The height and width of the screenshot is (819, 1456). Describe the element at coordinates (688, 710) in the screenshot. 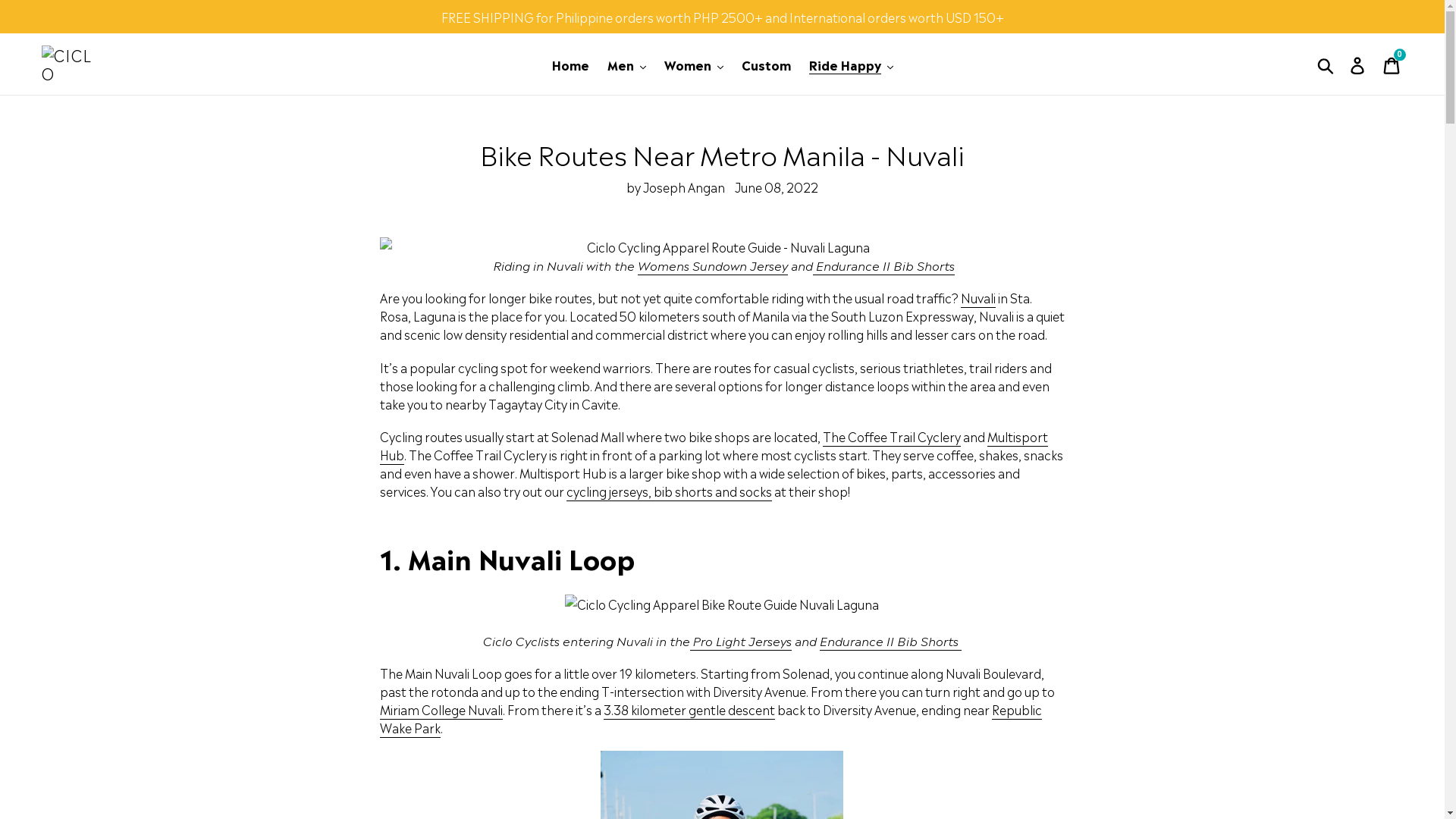

I see `'3.38 kilometer gentle descent'` at that location.